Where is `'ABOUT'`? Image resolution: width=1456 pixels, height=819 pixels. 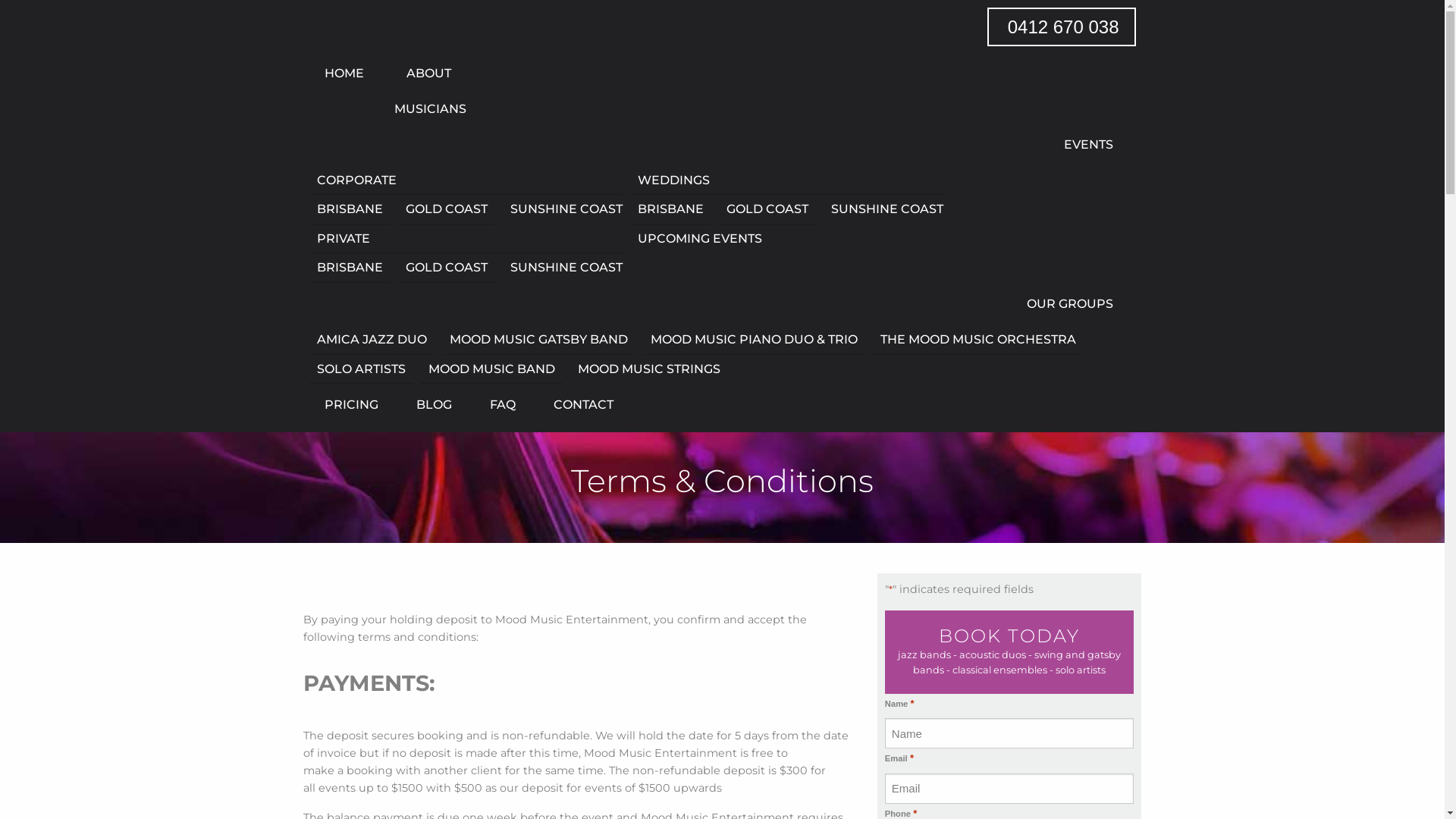
'ABOUT' is located at coordinates (386, 73).